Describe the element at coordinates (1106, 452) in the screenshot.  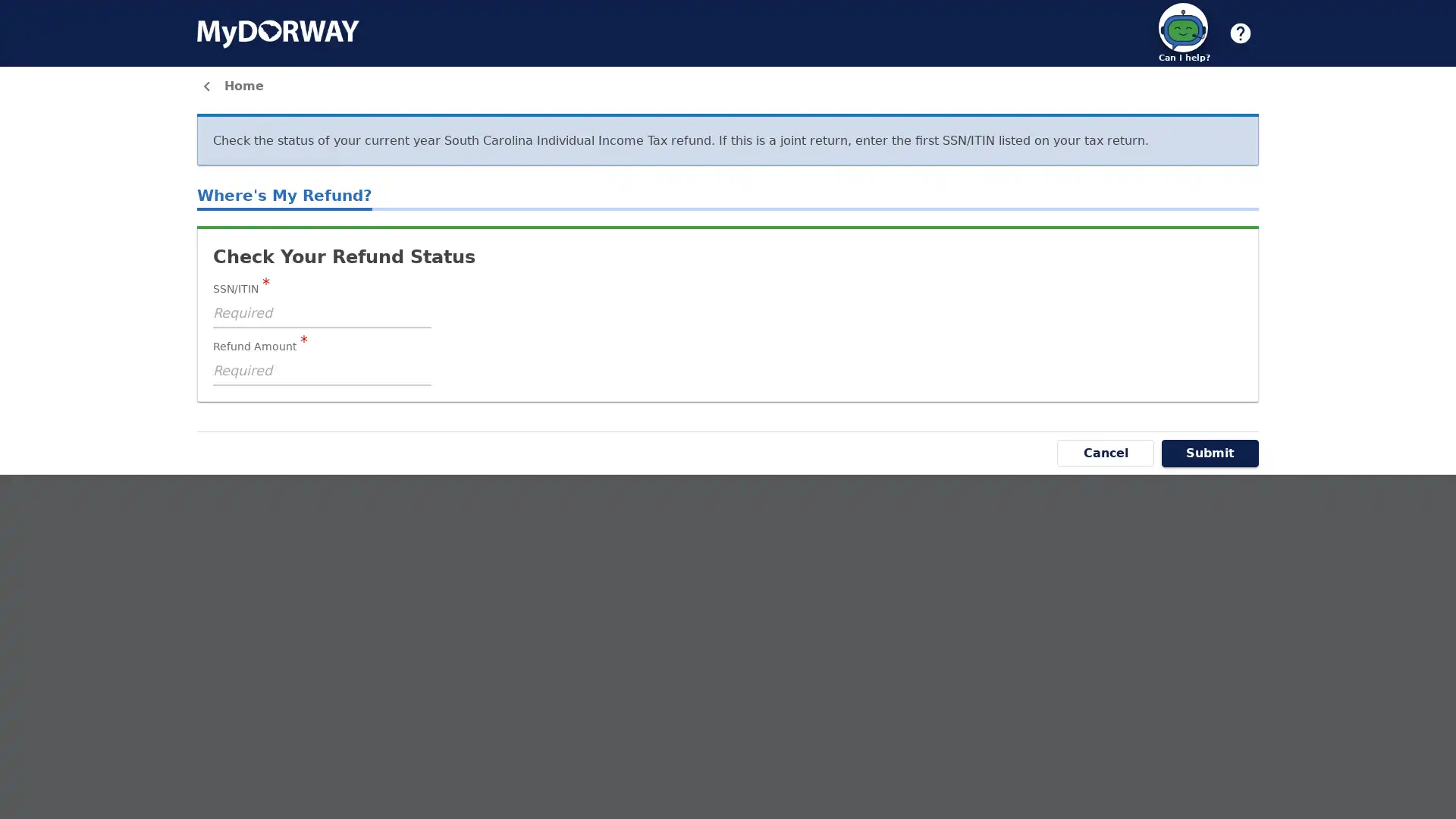
I see `Cancel` at that location.